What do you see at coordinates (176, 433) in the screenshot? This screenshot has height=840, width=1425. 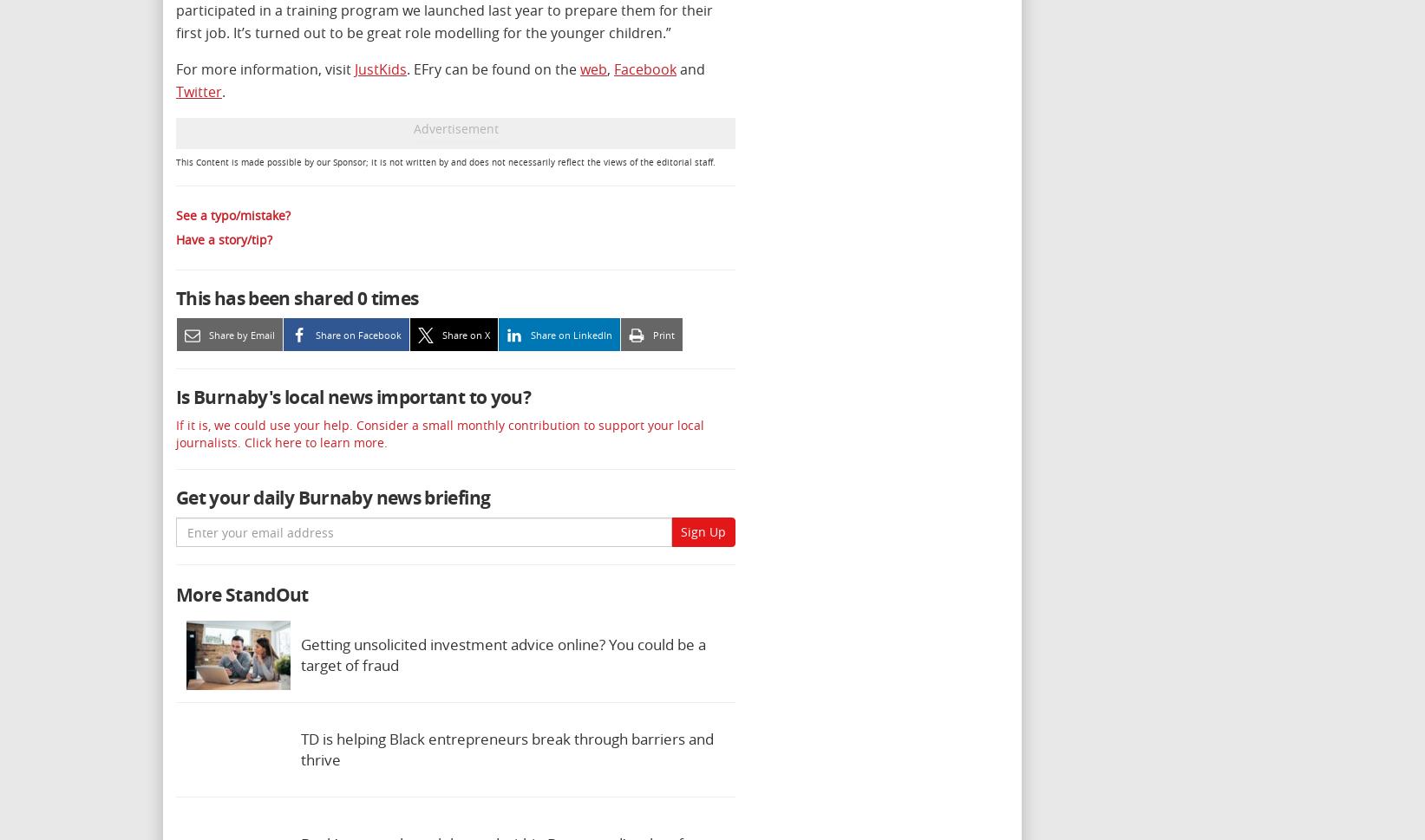 I see `'If it is, we could use your help. Consider a small monthly contribution to support your local journalists. Click here to learn more.'` at bounding box center [176, 433].